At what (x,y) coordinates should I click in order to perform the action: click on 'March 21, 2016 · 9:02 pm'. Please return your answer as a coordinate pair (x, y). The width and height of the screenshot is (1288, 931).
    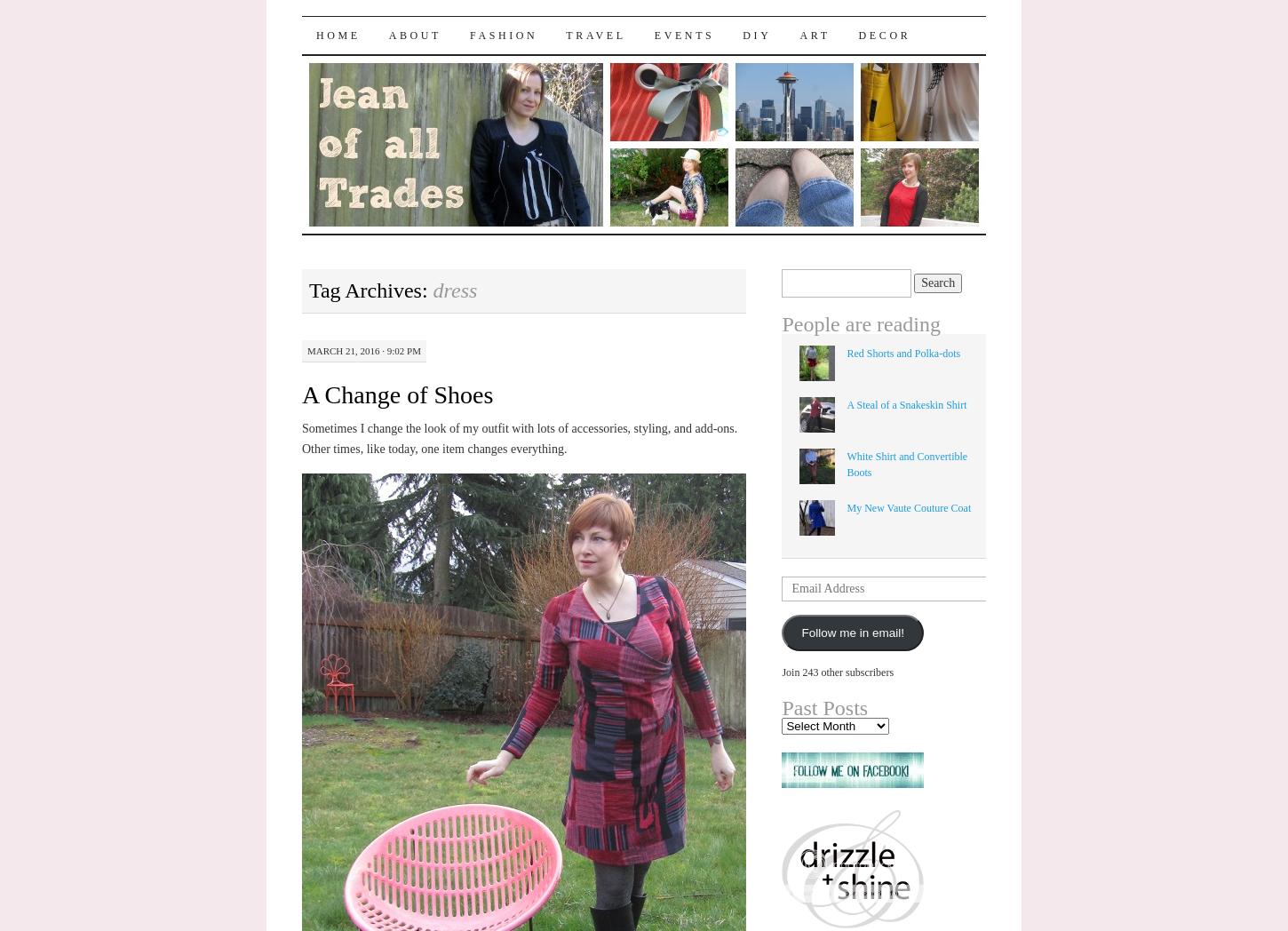
    Looking at the image, I should click on (362, 350).